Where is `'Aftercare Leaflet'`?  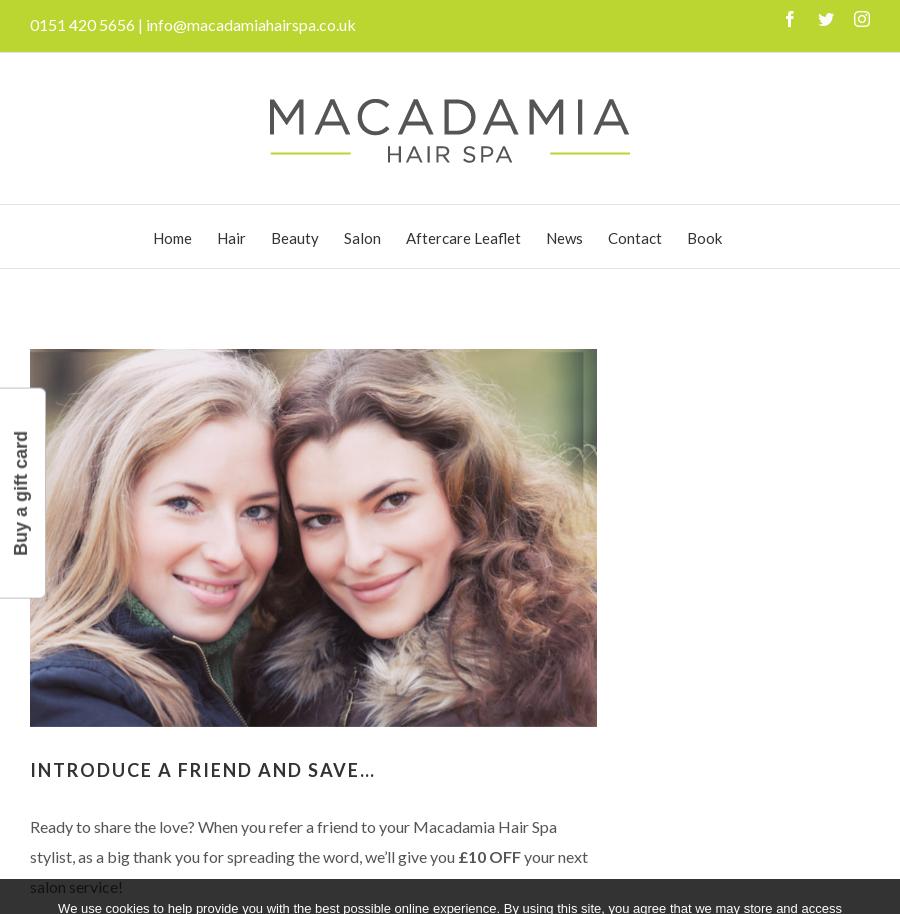
'Aftercare Leaflet' is located at coordinates (405, 236).